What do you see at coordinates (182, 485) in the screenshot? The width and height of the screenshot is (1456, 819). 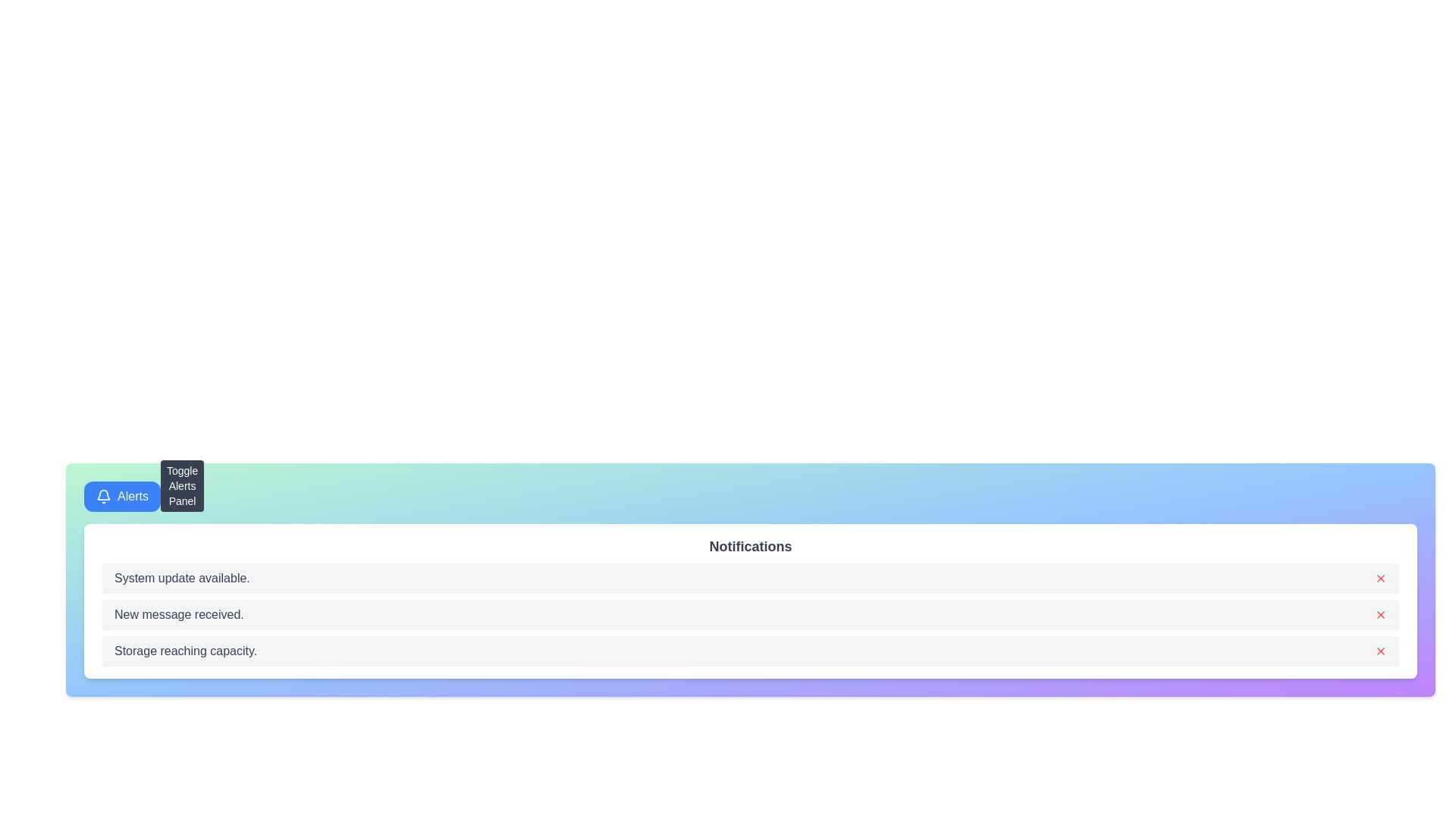 I see `the tooltip labeled 'Toggle Alerts Panel', which has a dark gray background and white text, positioned to the right of the 'Alerts' button` at bounding box center [182, 485].